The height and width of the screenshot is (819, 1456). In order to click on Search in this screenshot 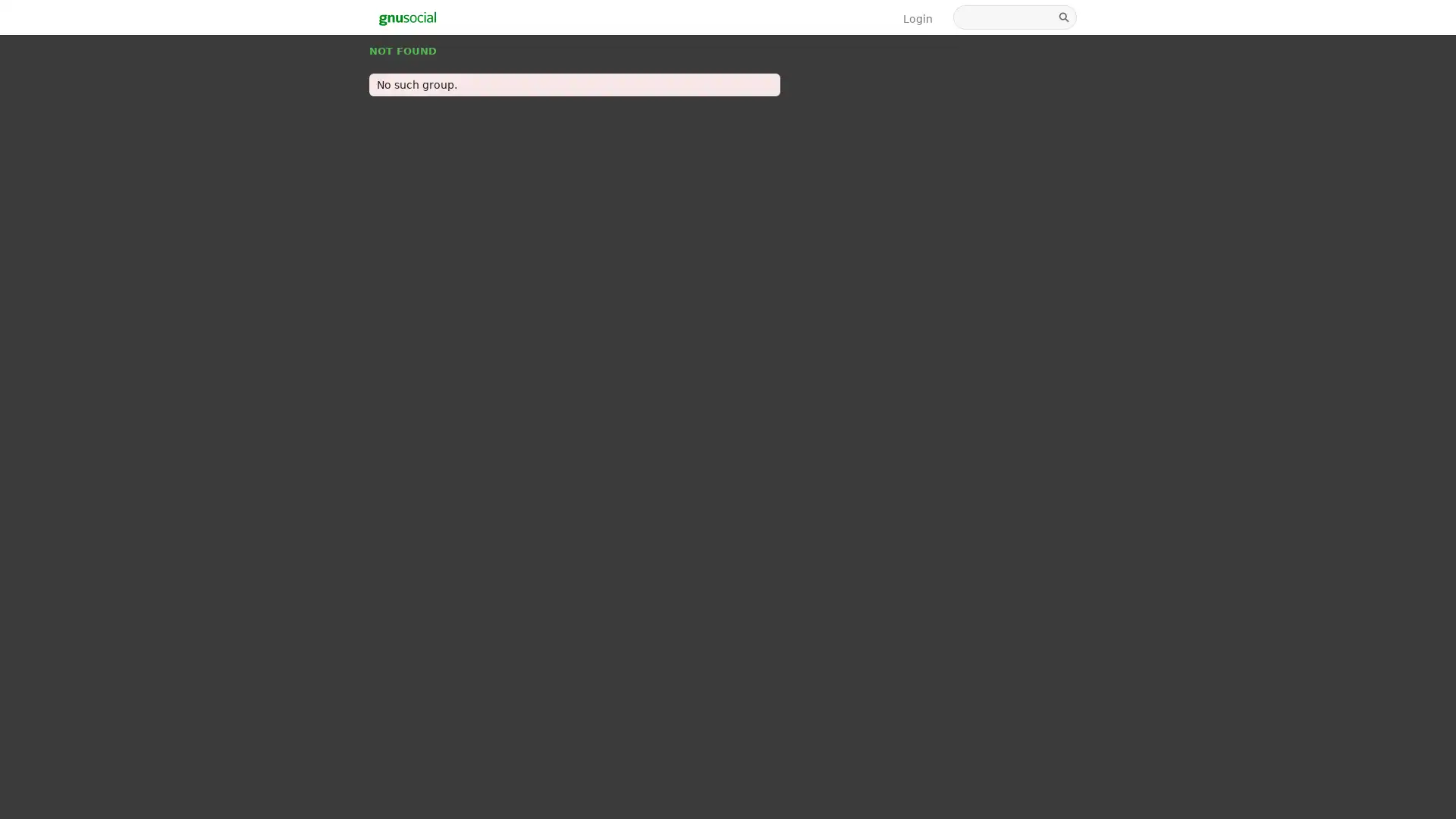, I will do `click(1065, 17)`.